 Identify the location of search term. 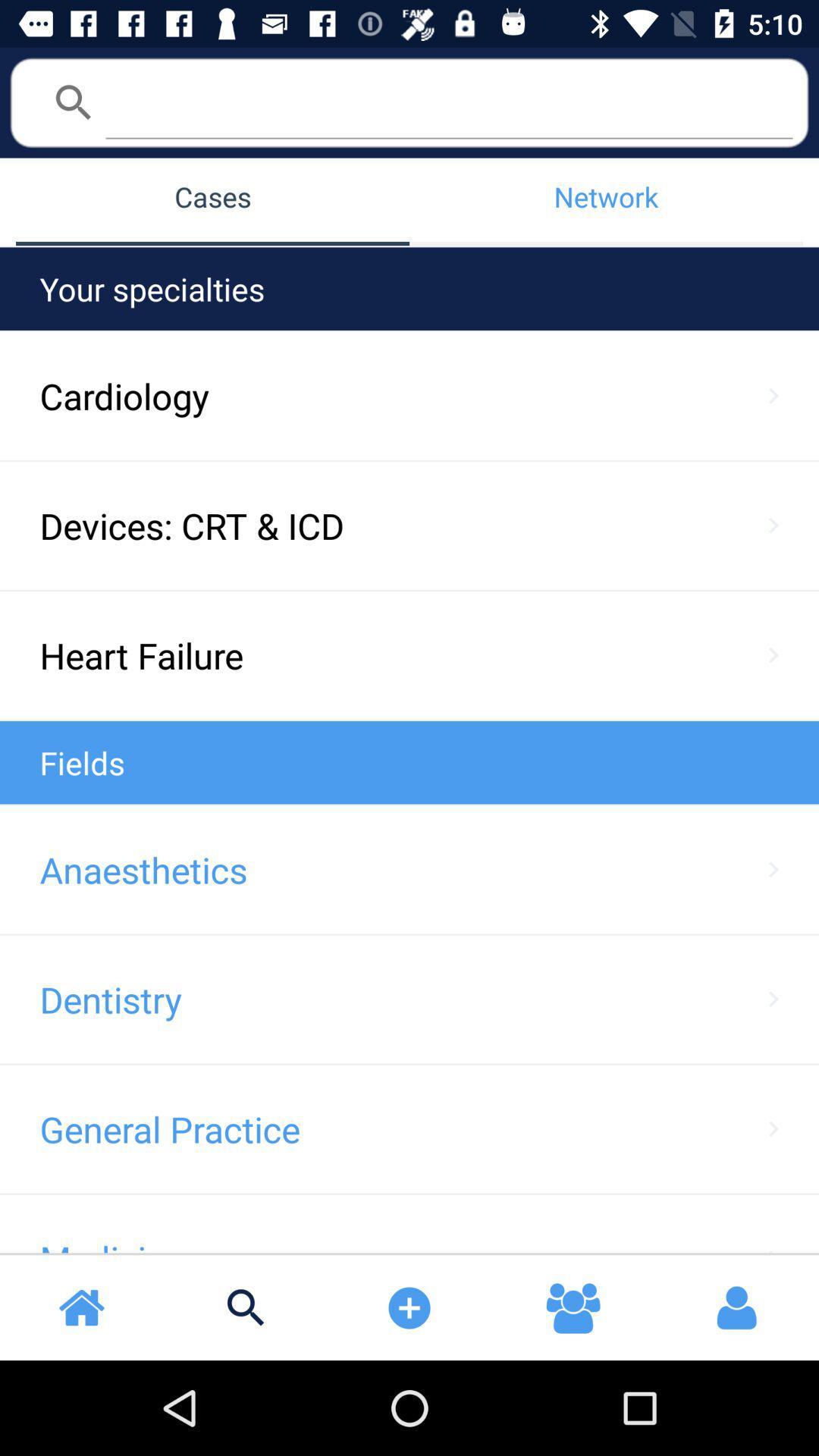
(448, 101).